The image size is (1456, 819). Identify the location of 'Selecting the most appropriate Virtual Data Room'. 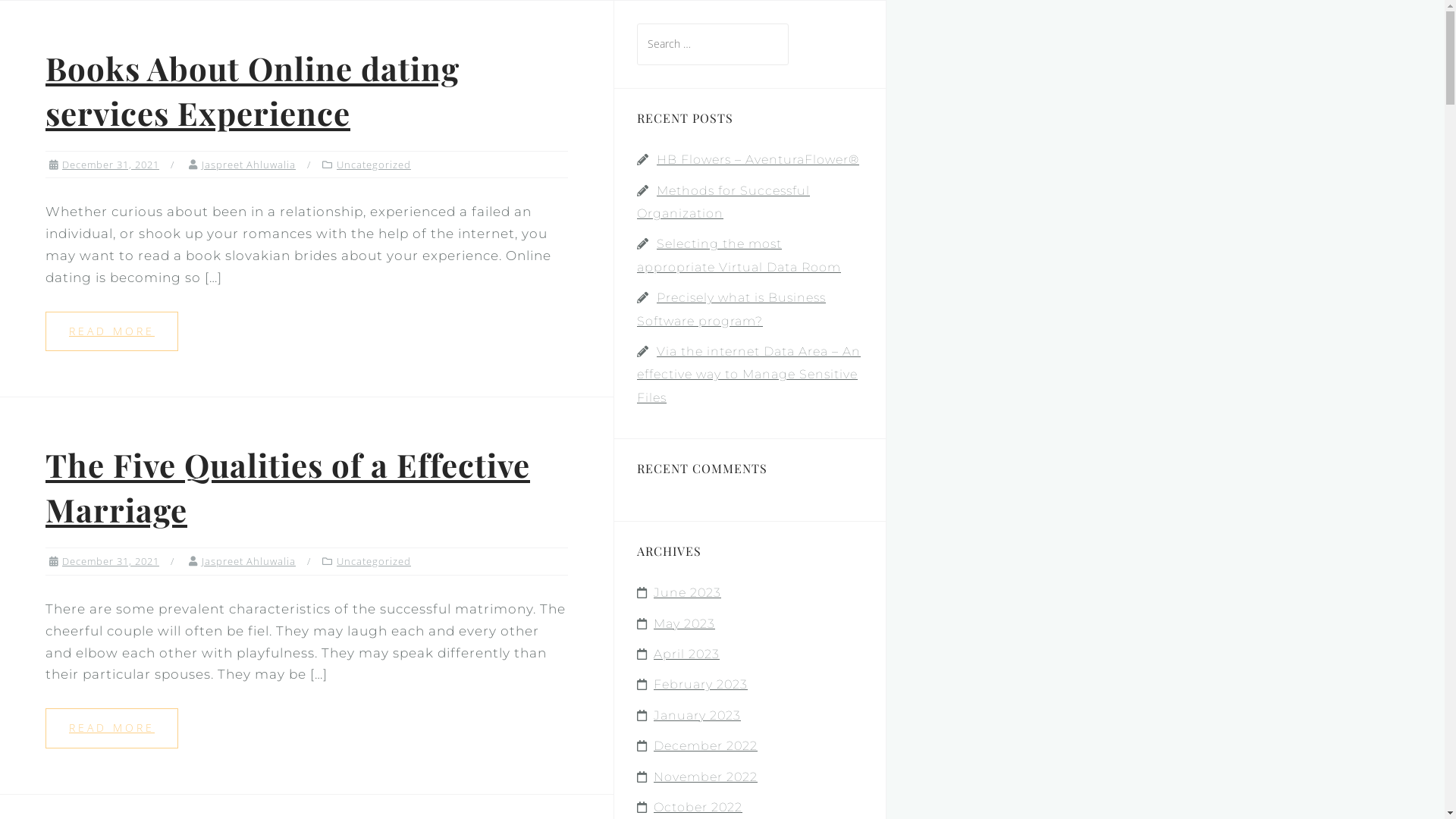
(739, 254).